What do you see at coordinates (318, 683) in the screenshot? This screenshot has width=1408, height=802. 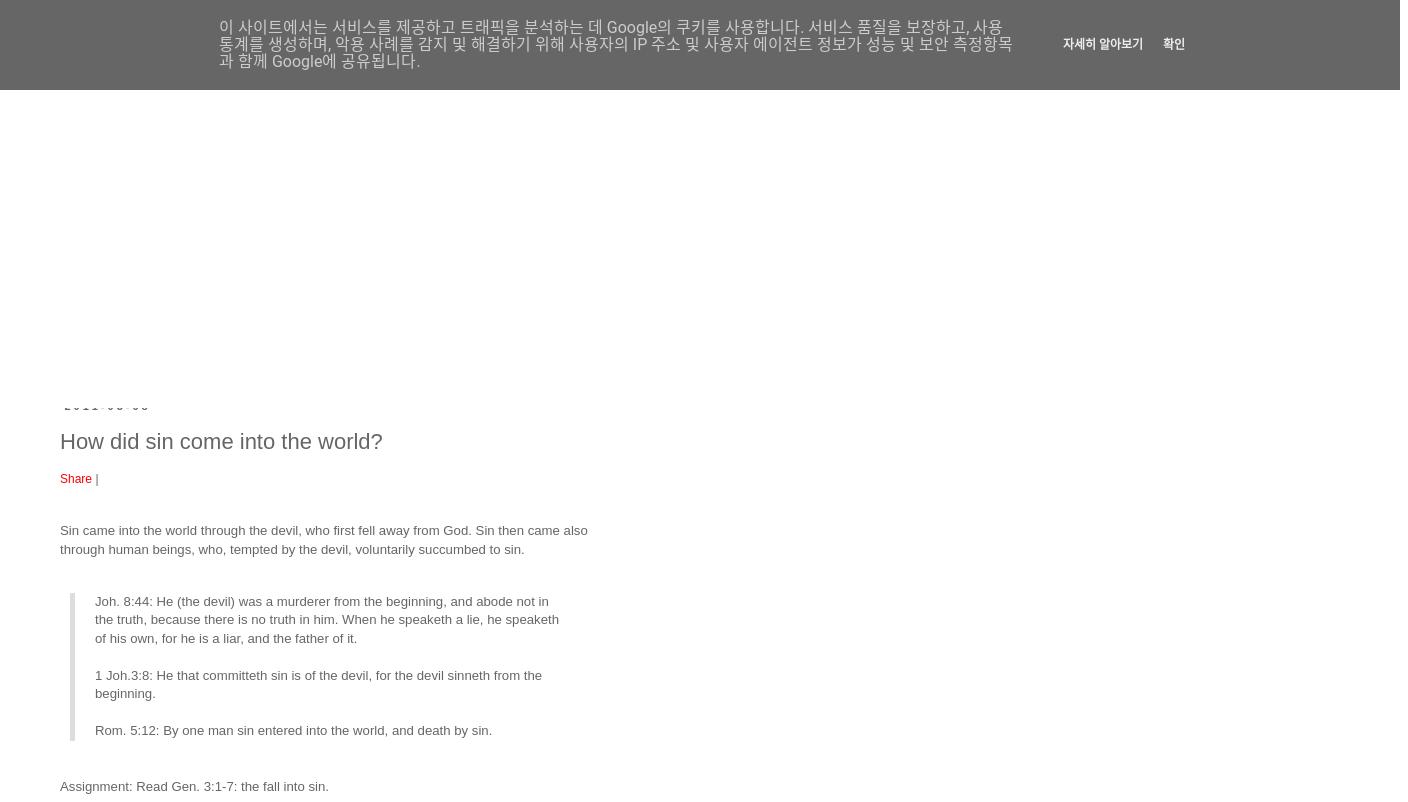 I see `'1 Joh.3:8: He that committeth sin is of the devil, for the devil sinneth from the beginning.'` at bounding box center [318, 683].